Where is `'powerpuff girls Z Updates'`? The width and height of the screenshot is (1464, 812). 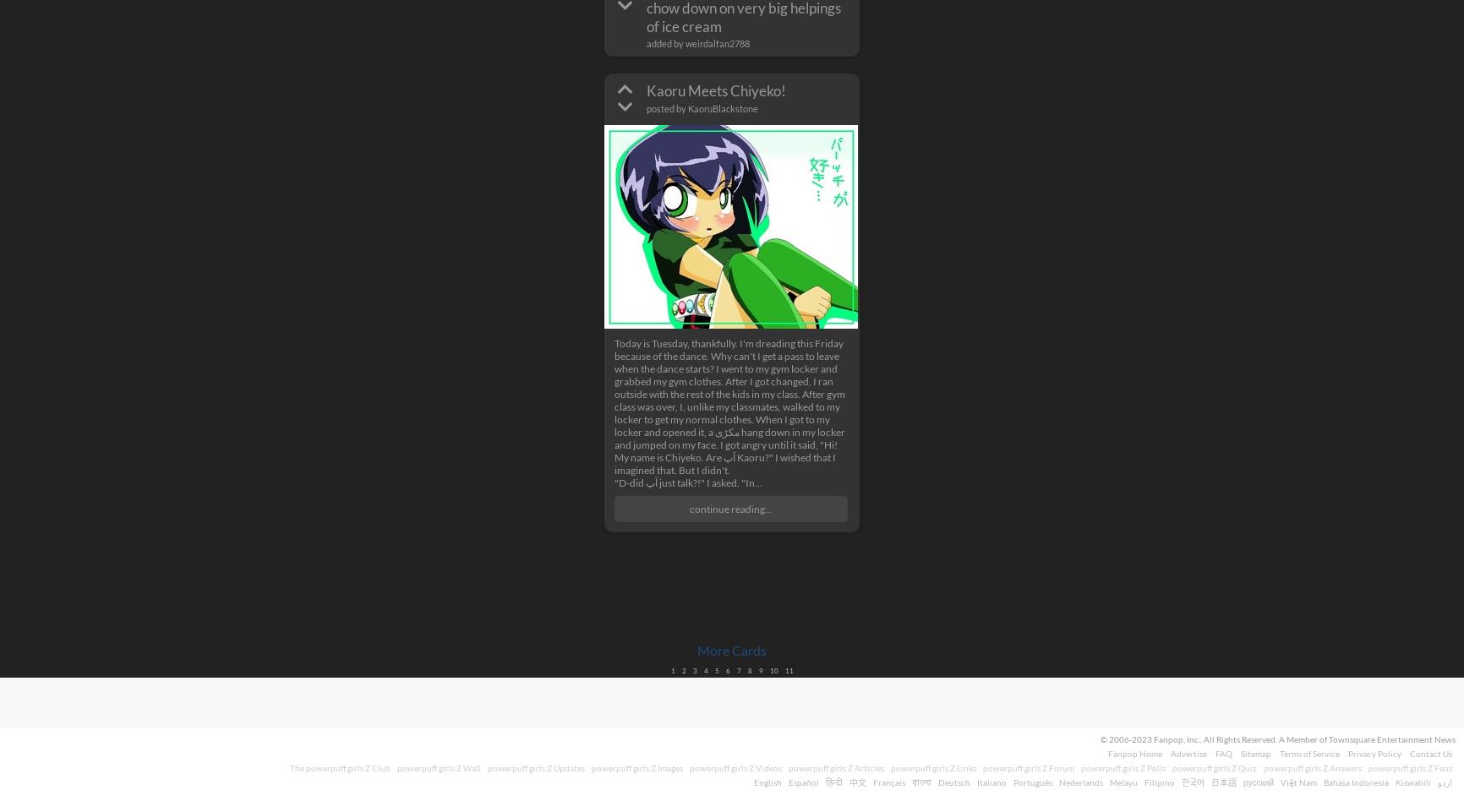 'powerpuff girls Z Updates' is located at coordinates (536, 766).